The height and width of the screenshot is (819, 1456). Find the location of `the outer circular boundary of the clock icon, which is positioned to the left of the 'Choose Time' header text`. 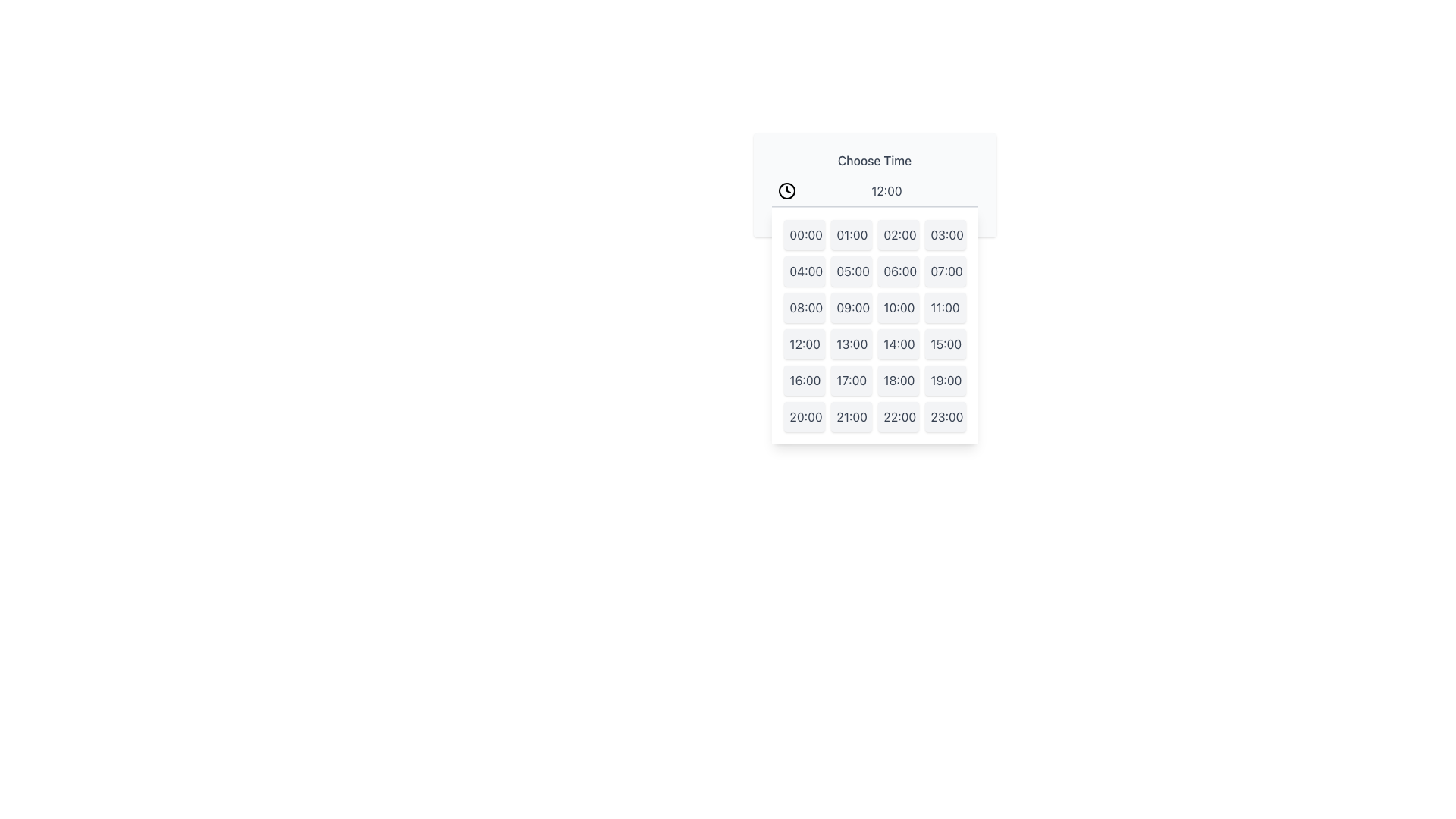

the outer circular boundary of the clock icon, which is positioned to the left of the 'Choose Time' header text is located at coordinates (786, 190).